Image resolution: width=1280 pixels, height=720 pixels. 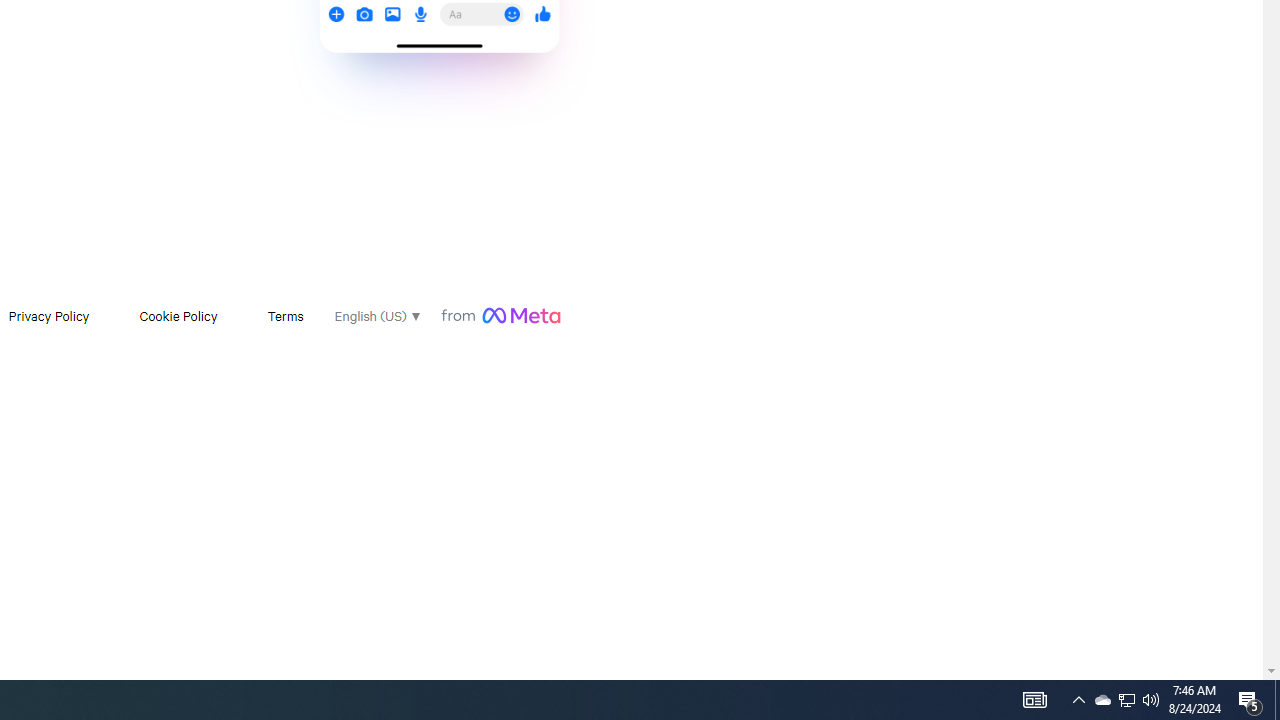 I want to click on 'Cookie Policy', so click(x=178, y=315).